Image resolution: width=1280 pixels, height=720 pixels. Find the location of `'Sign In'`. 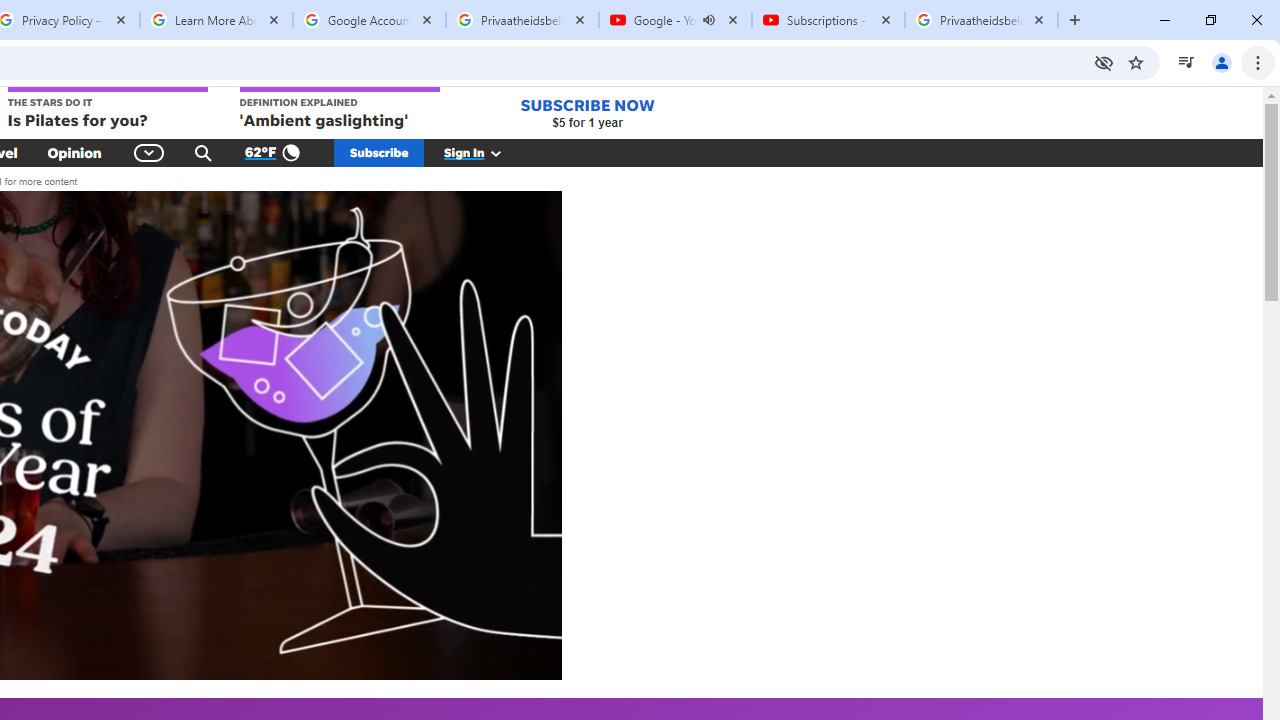

'Sign In' is located at coordinates (483, 152).